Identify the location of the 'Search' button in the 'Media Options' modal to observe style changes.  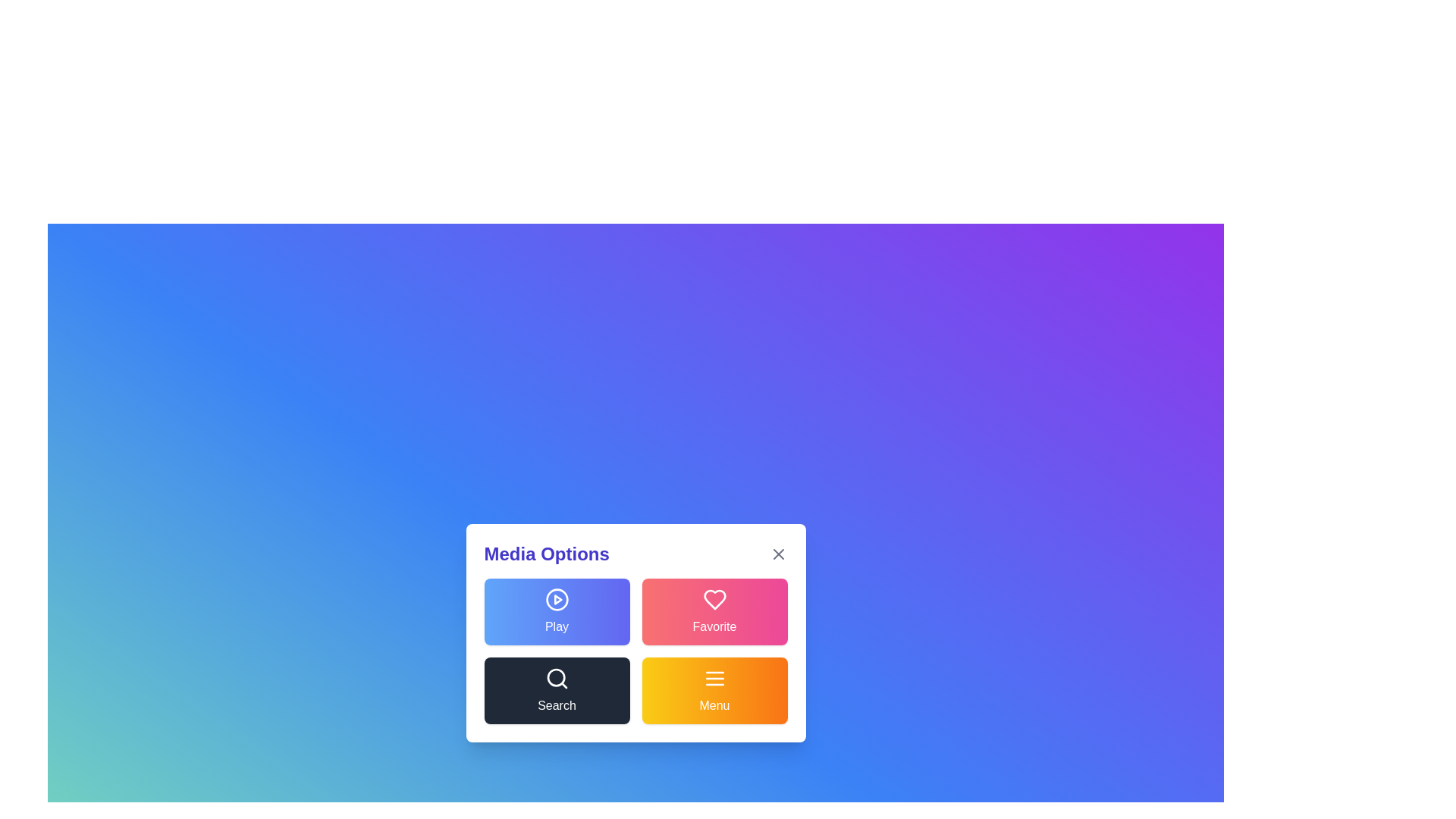
(556, 690).